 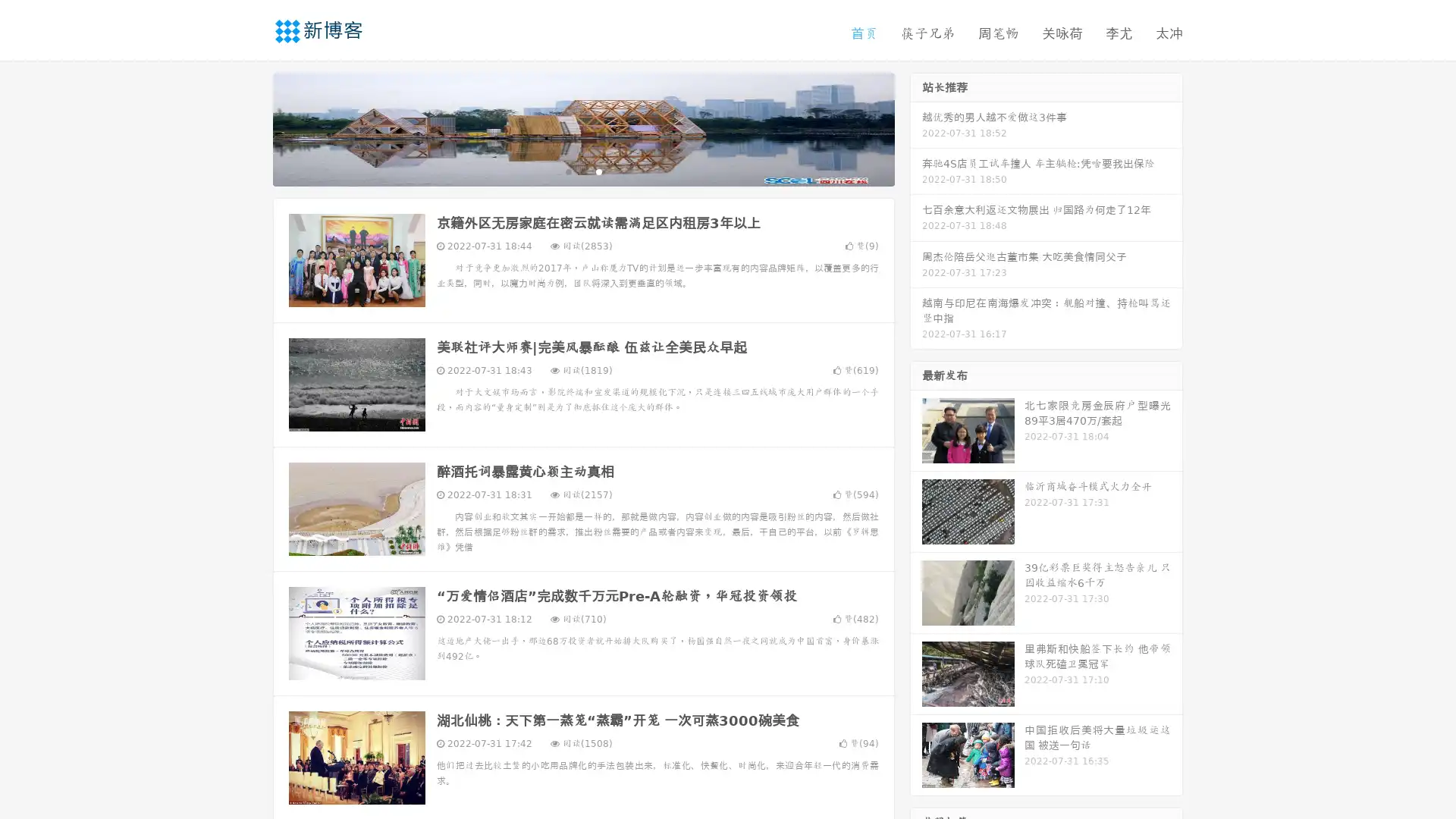 What do you see at coordinates (567, 171) in the screenshot?
I see `Go to slide 1` at bounding box center [567, 171].